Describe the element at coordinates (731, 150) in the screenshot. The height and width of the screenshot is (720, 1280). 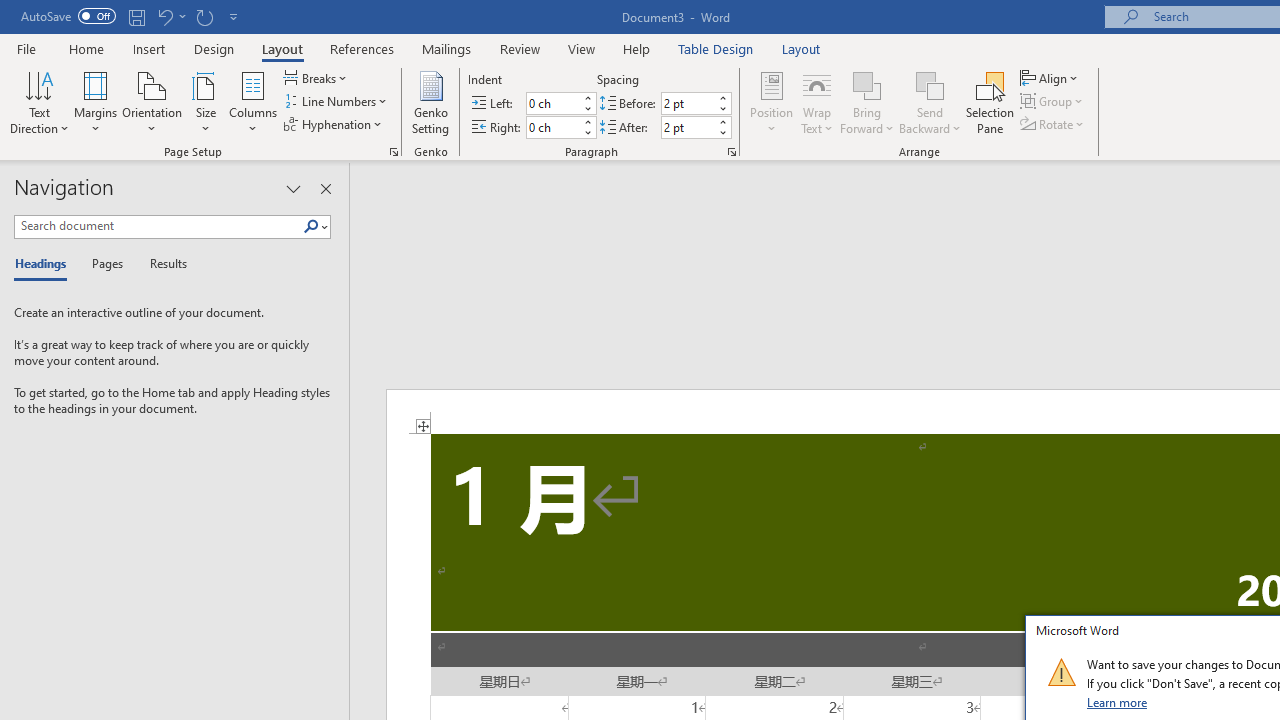
I see `'Paragraph...'` at that location.